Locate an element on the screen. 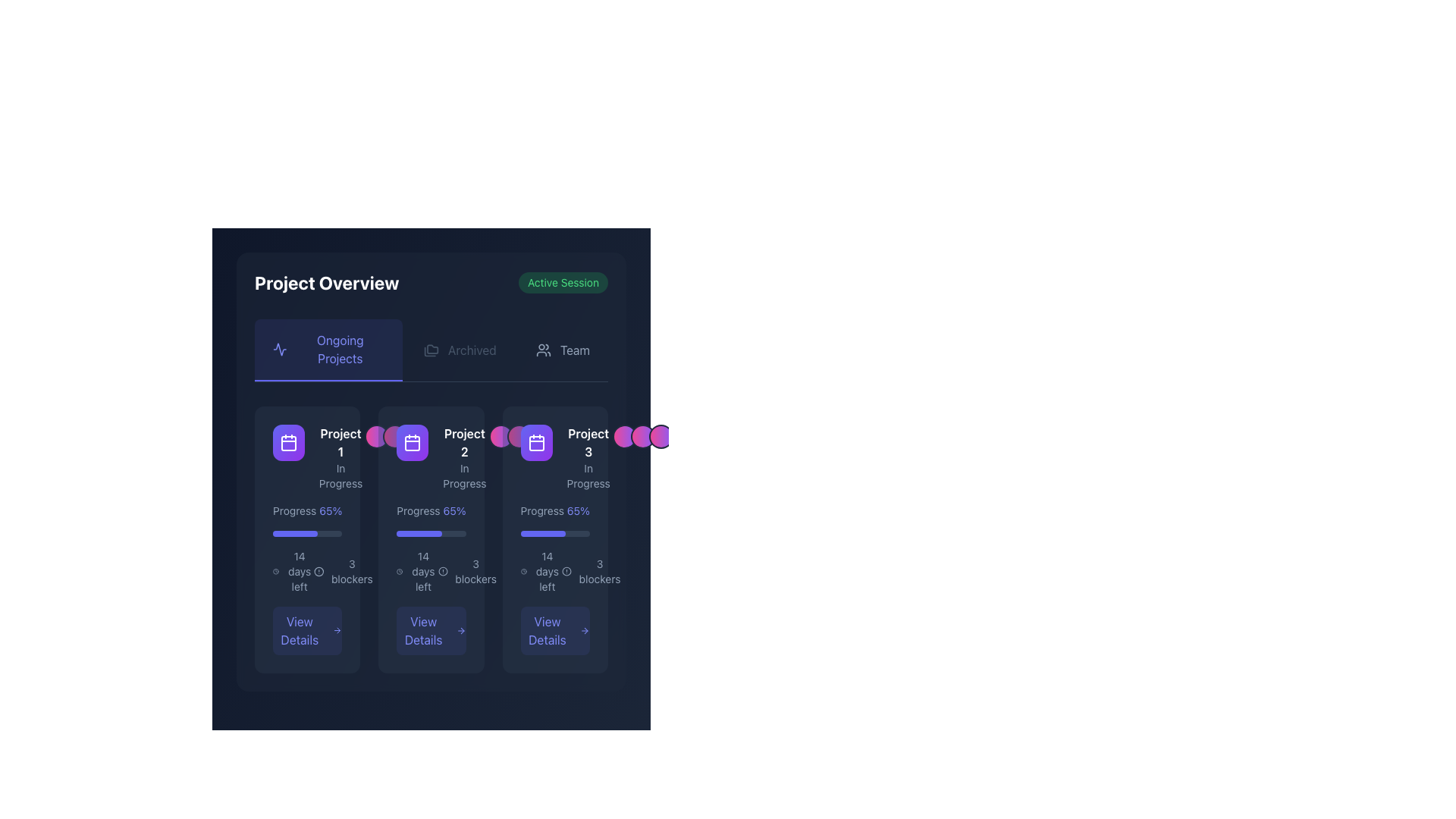 This screenshot has width=1456, height=819. the text label indicating a section or category for ongoing projects, located in the upper-left quadrant of the interface layout is located at coordinates (339, 350).